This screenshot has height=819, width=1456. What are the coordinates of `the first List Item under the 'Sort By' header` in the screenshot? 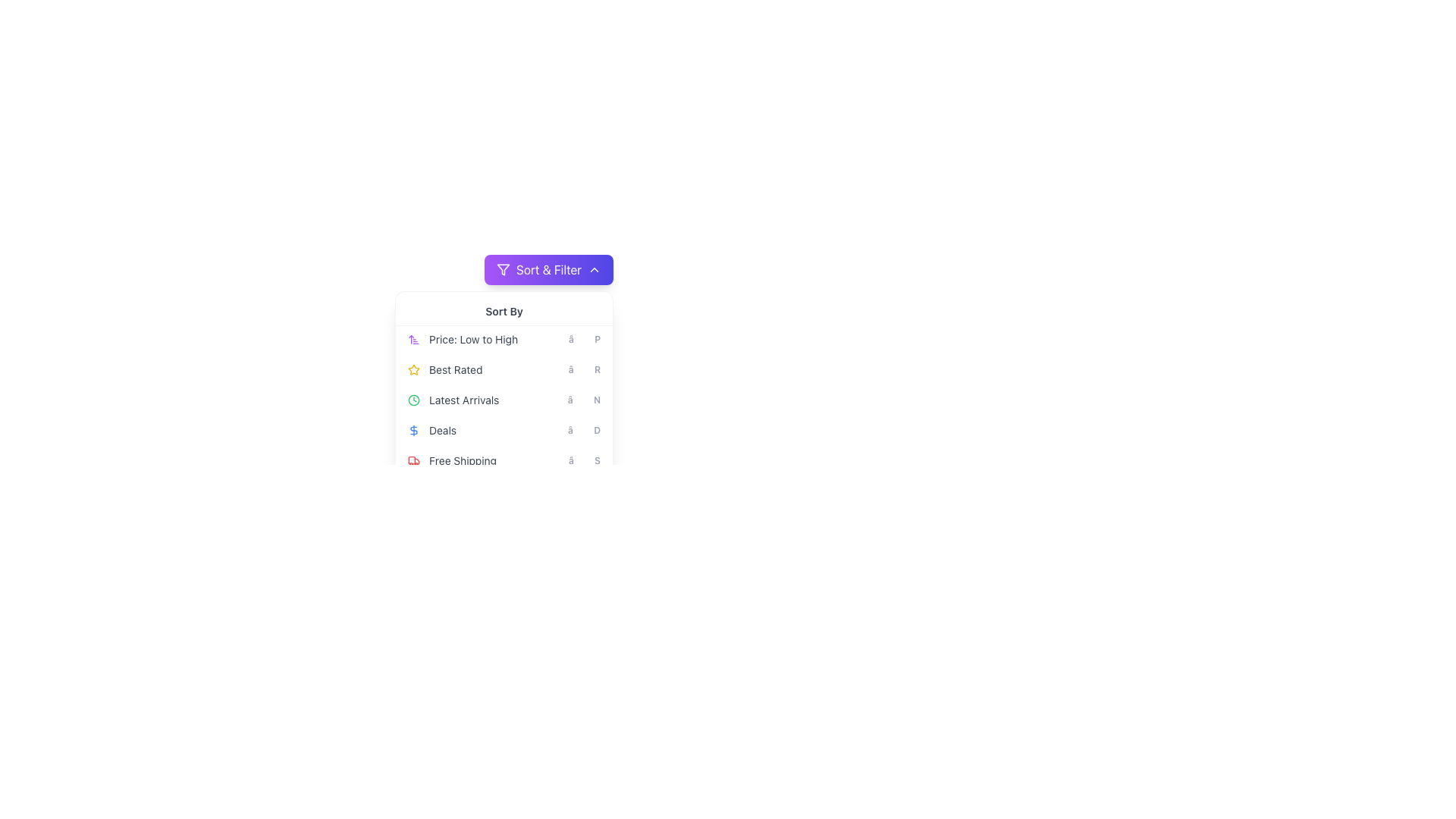 It's located at (504, 338).